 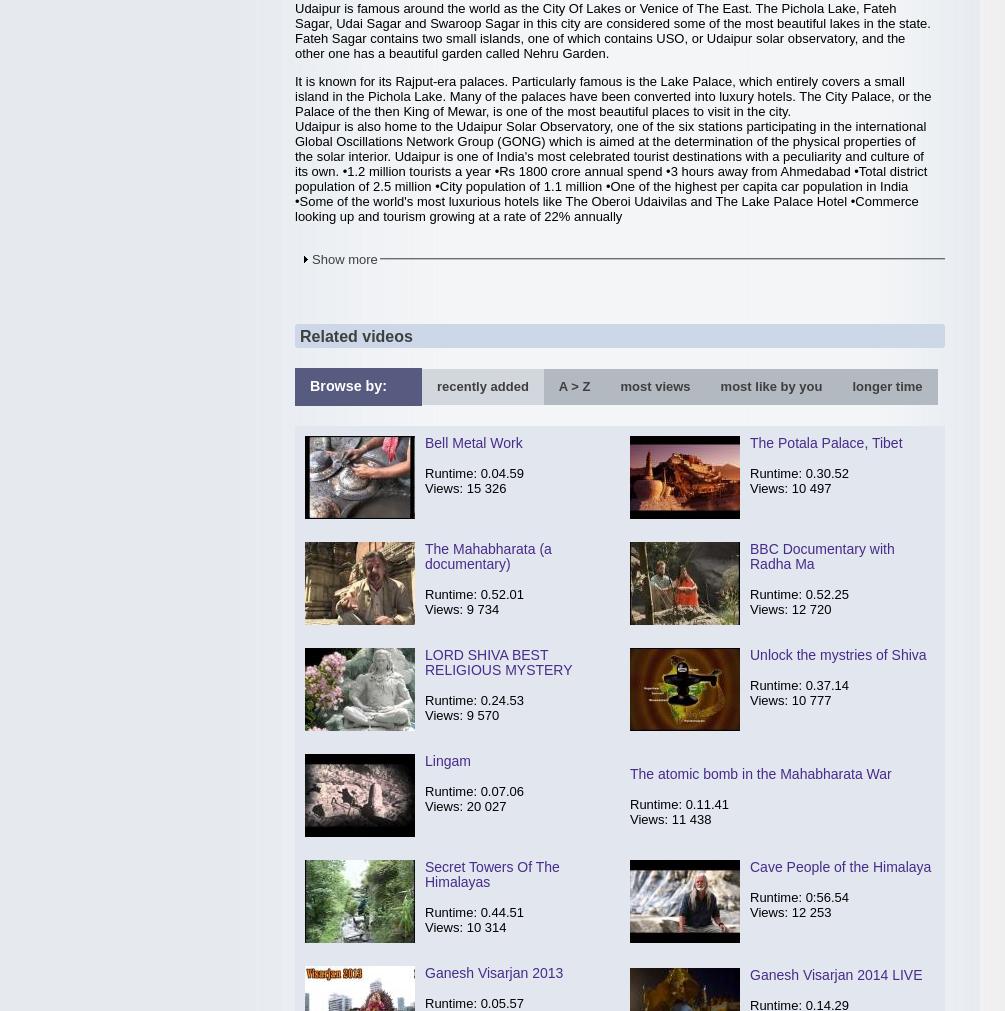 What do you see at coordinates (425, 442) in the screenshot?
I see `'Bell Metal Work'` at bounding box center [425, 442].